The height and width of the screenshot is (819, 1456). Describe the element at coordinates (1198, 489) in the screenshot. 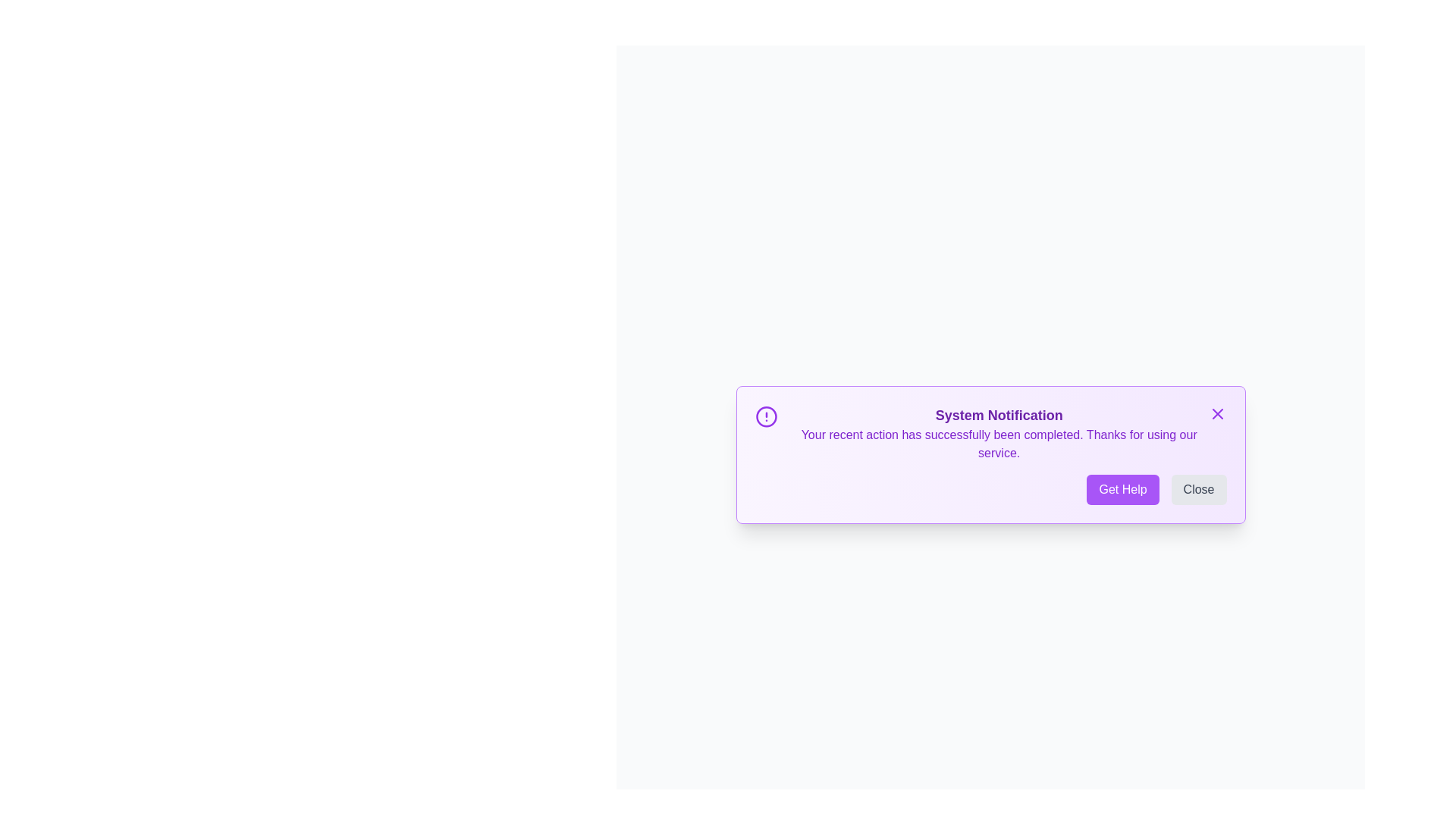

I see `the button labeled 'Close' located in the bottom-right corner of the notification dialog box` at that location.